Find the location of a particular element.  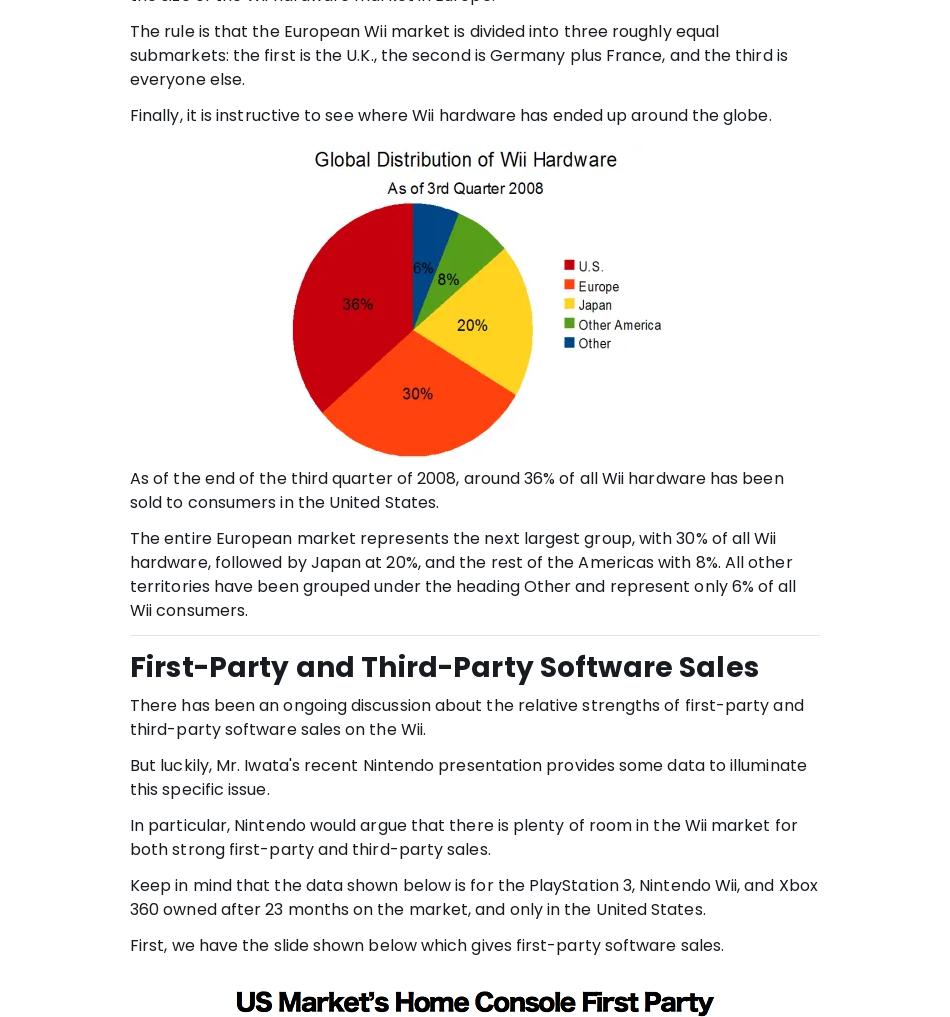

'But luckily, Mr. Iwata's recent Nintendo presentation provides some data to illuminate this specific issue.' is located at coordinates (466, 776).